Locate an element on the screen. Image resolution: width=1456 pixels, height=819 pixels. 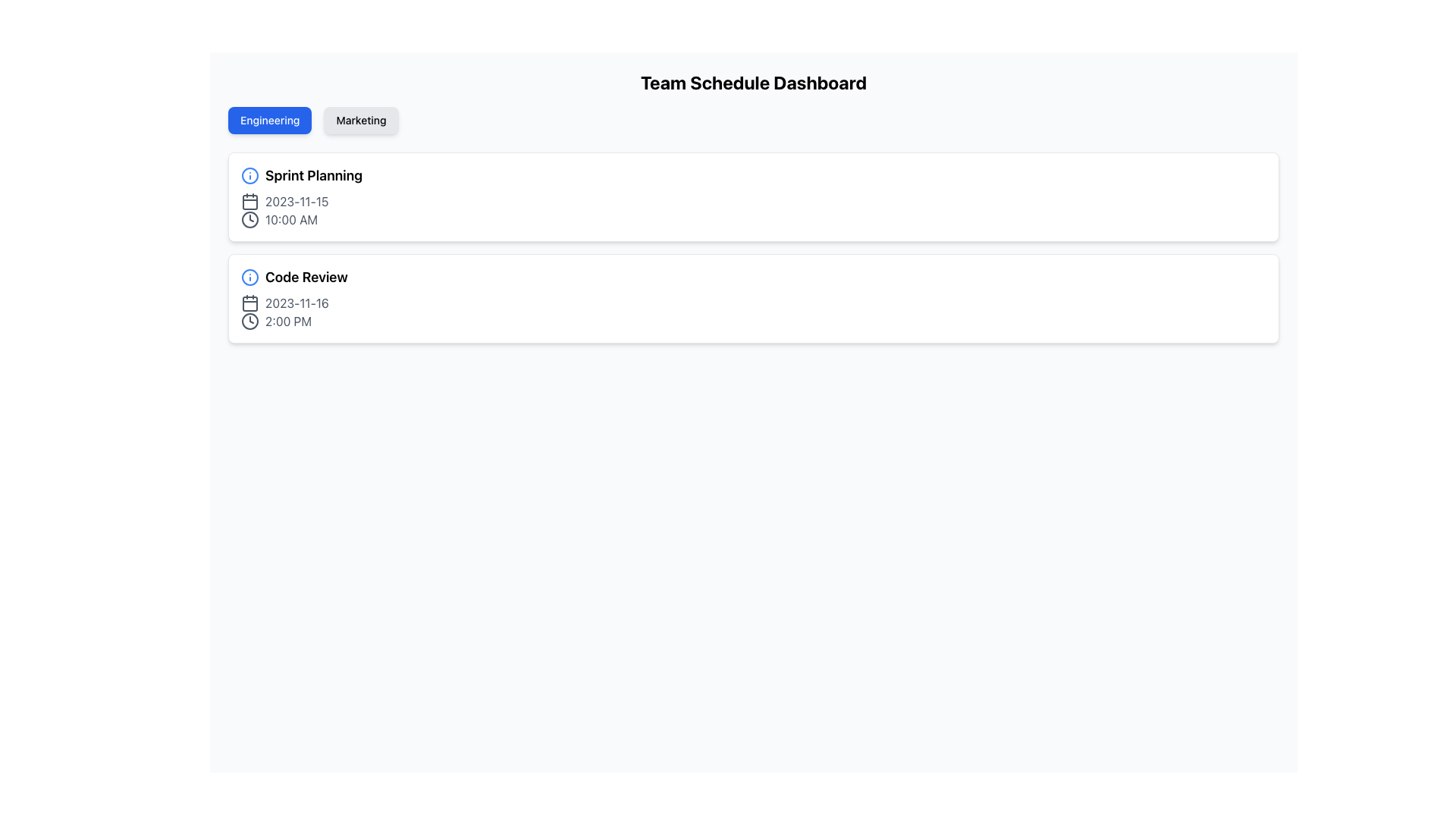
the calendar icon located in the second event block labeled 'Code Review', which is positioned to the left of the date '2023-11-16' is located at coordinates (250, 303).